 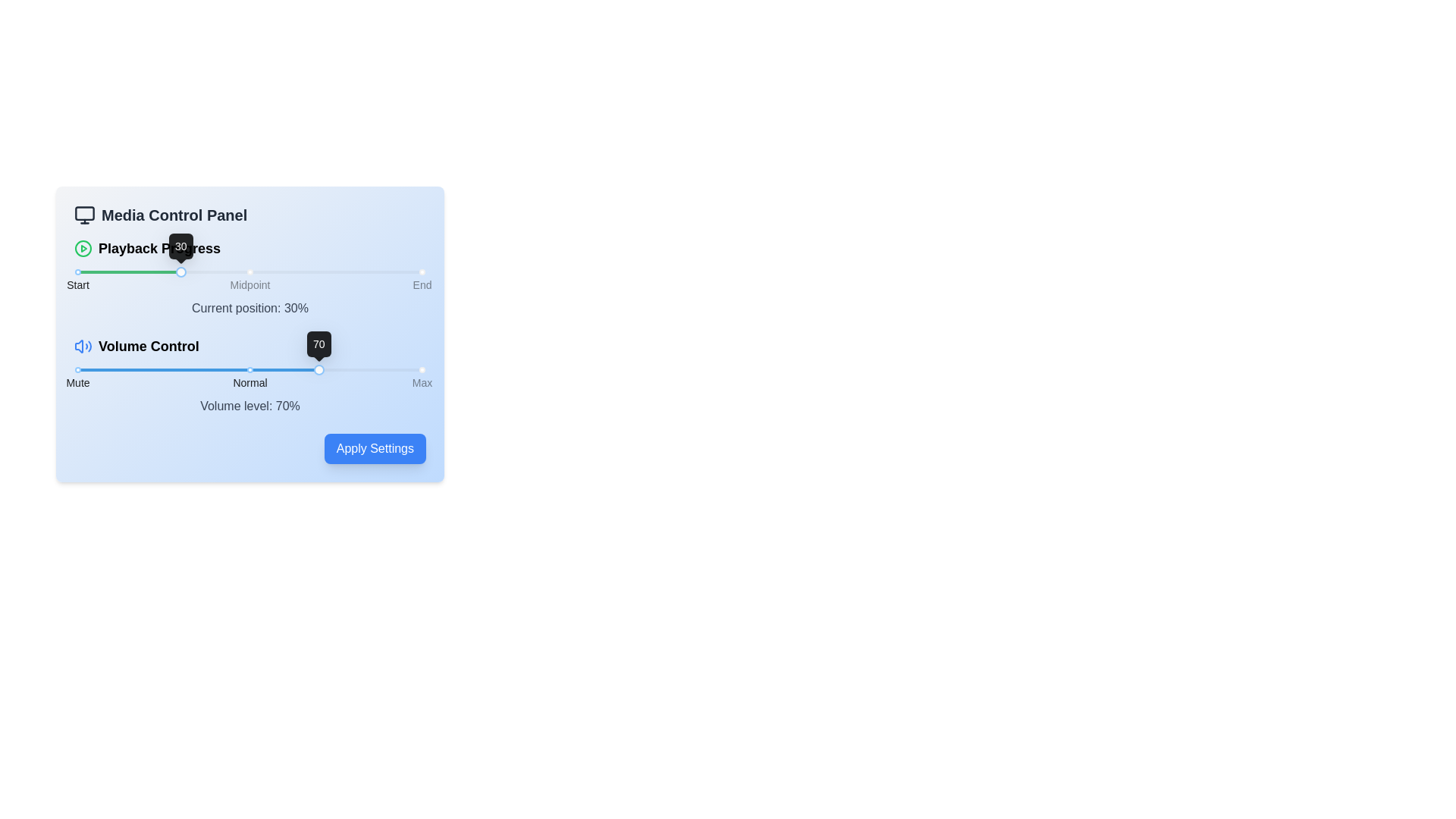 I want to click on playback progress, so click(x=239, y=271).